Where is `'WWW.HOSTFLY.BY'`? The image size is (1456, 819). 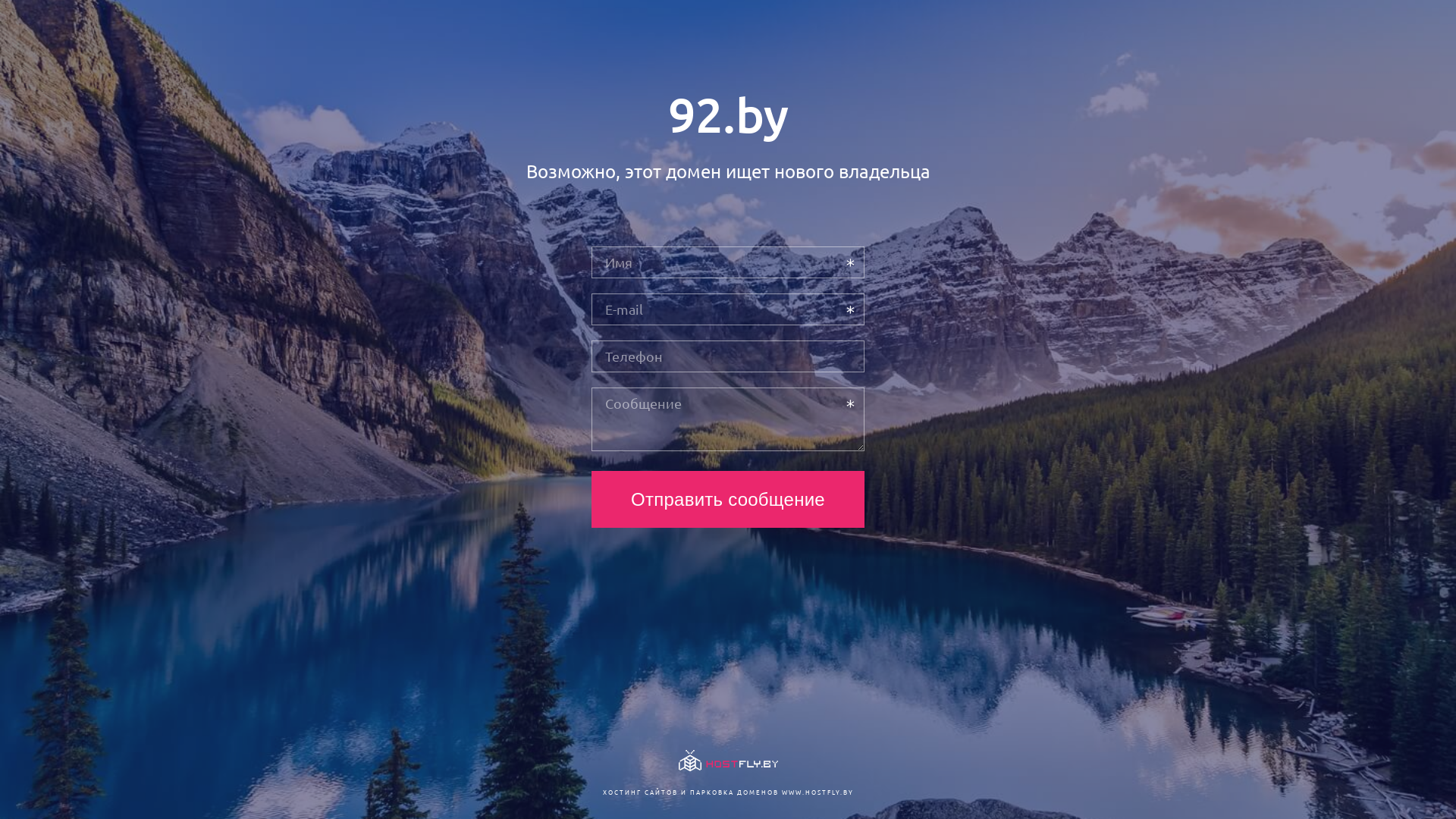
'WWW.HOSTFLY.BY' is located at coordinates (816, 791).